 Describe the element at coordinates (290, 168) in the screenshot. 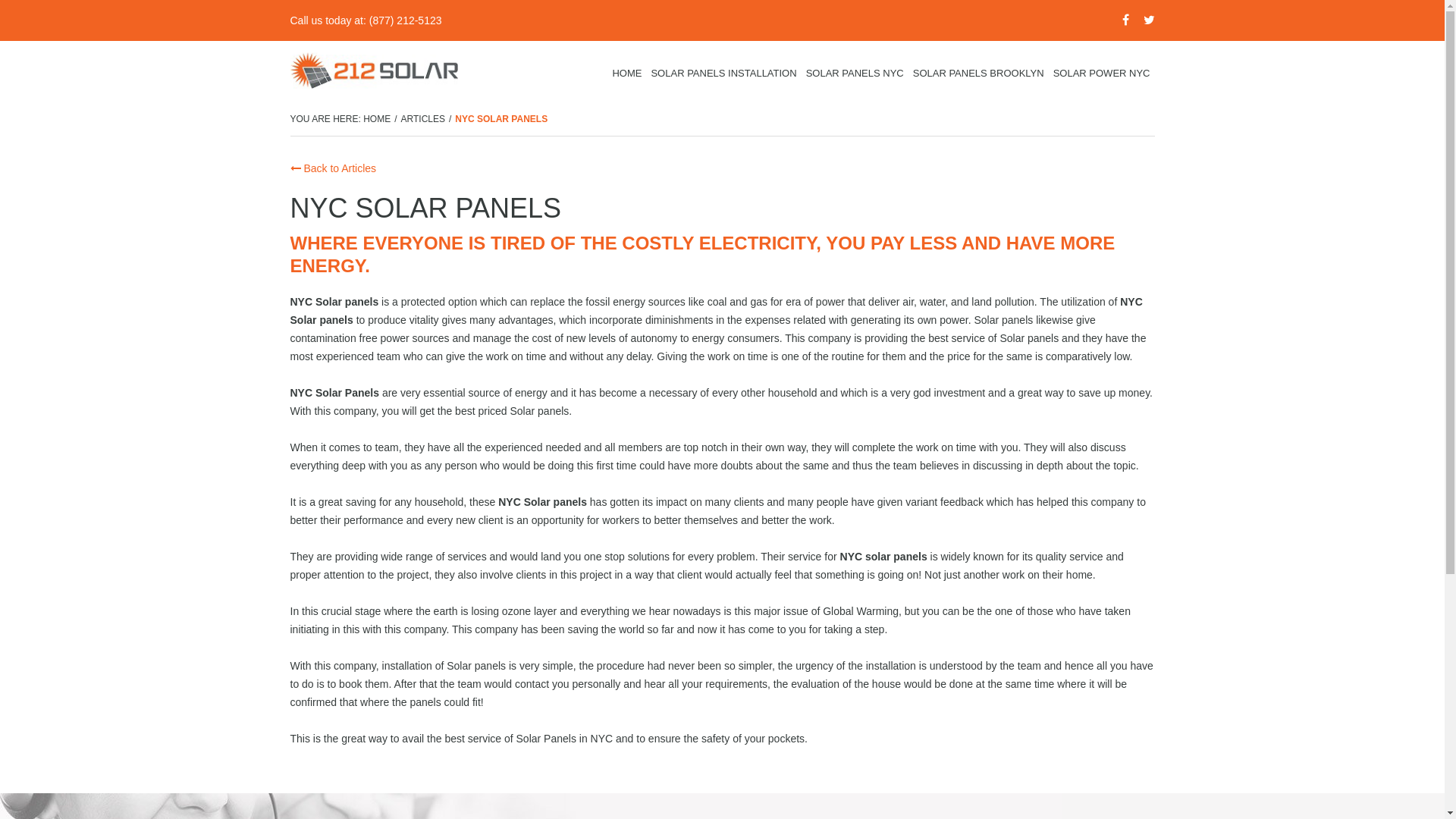

I see `'Back to Articles'` at that location.